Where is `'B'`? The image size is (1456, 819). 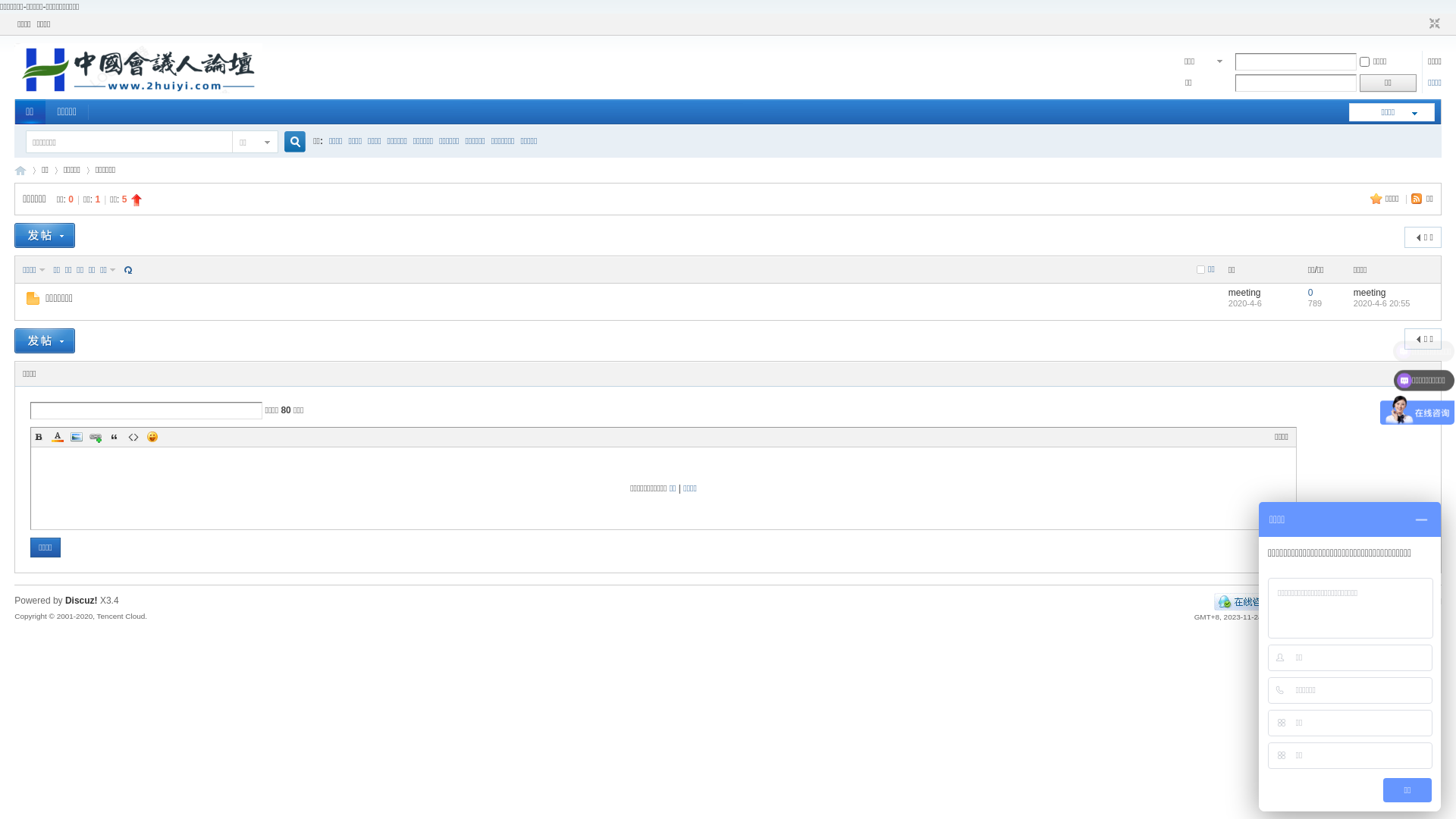 'B' is located at coordinates (39, 436).